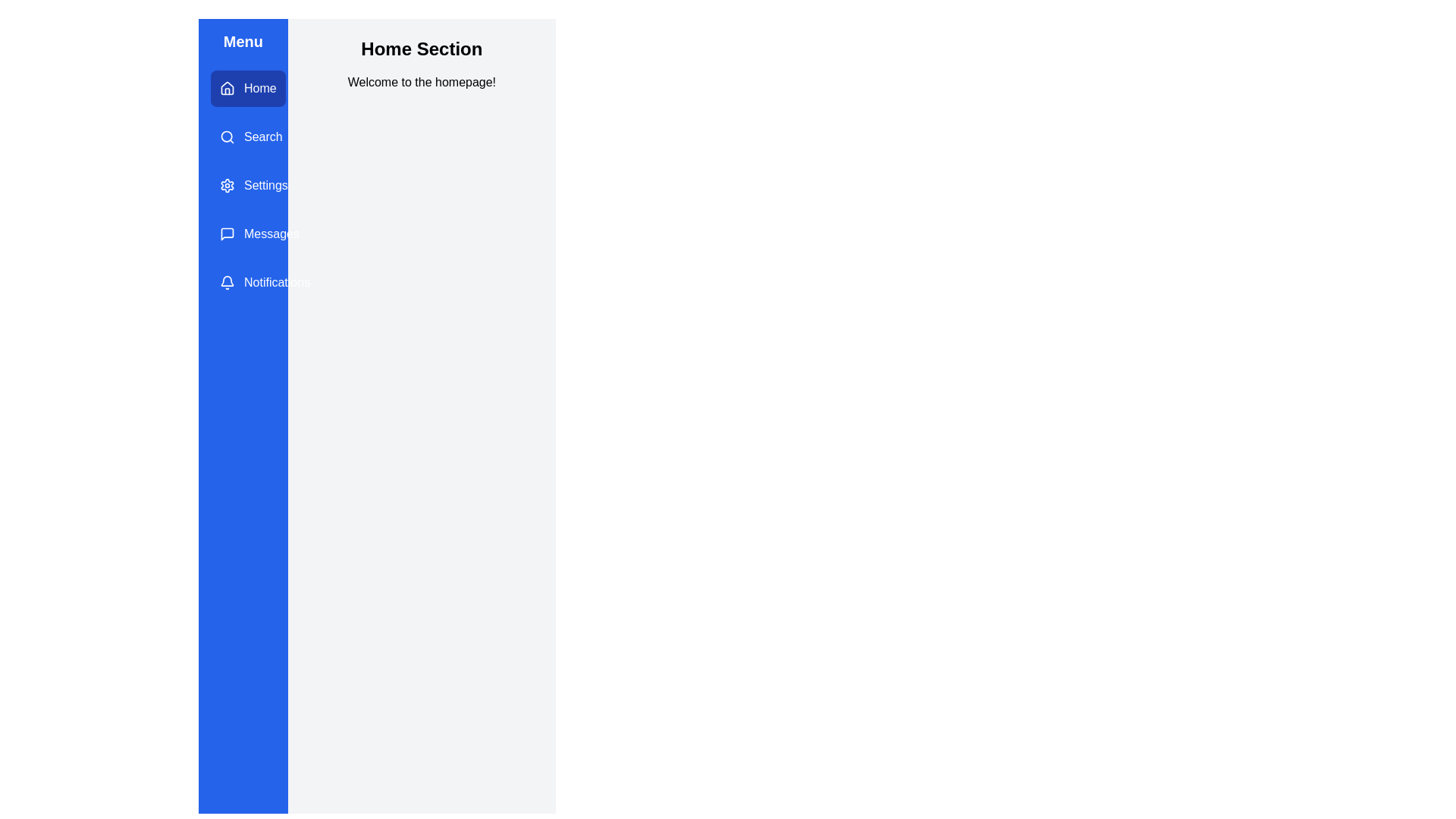  What do you see at coordinates (226, 136) in the screenshot?
I see `the decorative graphic (SVG circle) within the magnifying glass icon associated with the 'Search' menu item` at bounding box center [226, 136].